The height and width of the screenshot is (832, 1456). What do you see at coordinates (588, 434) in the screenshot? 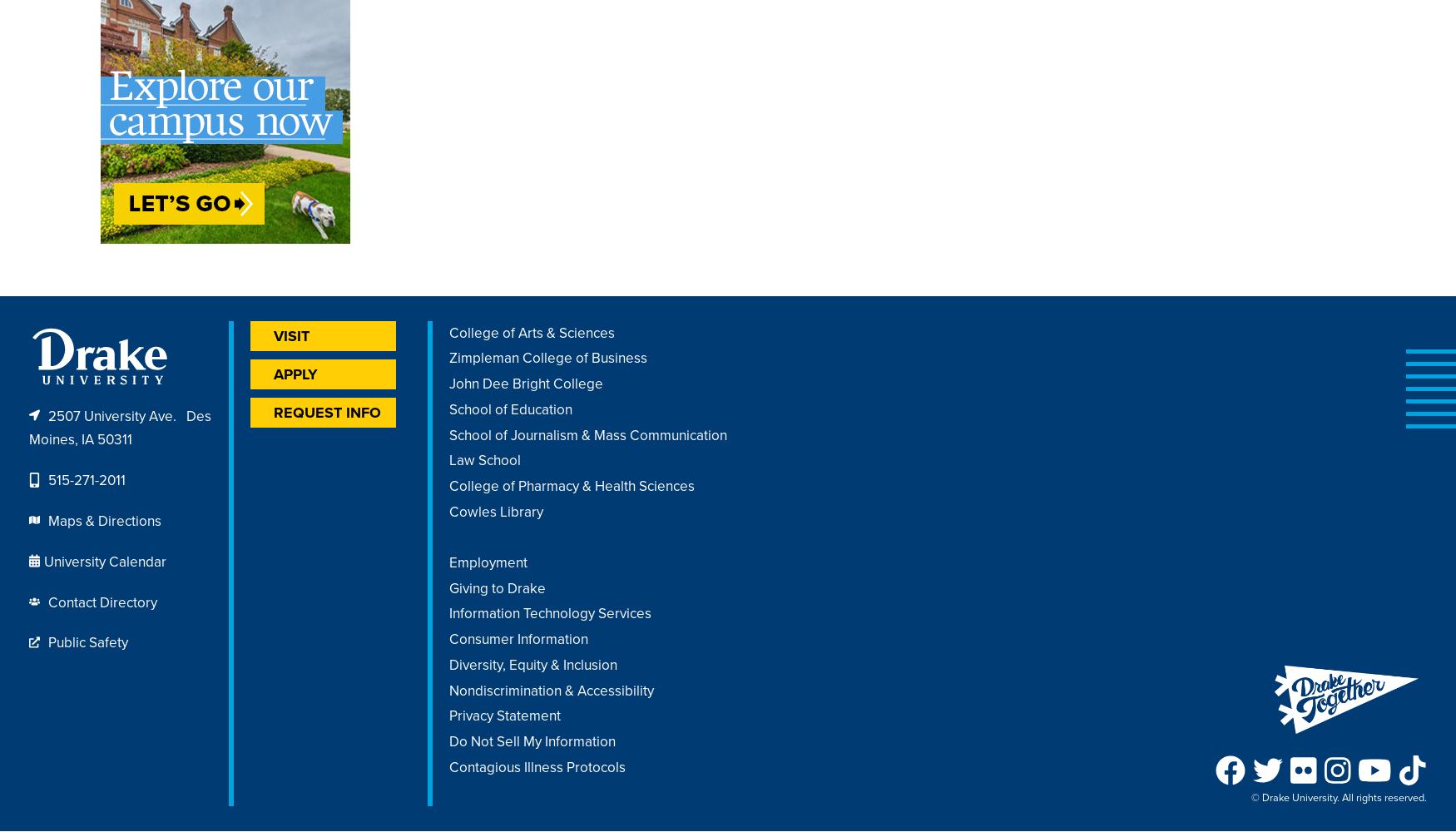
I see `'School of Journalism & Mass Communication'` at bounding box center [588, 434].